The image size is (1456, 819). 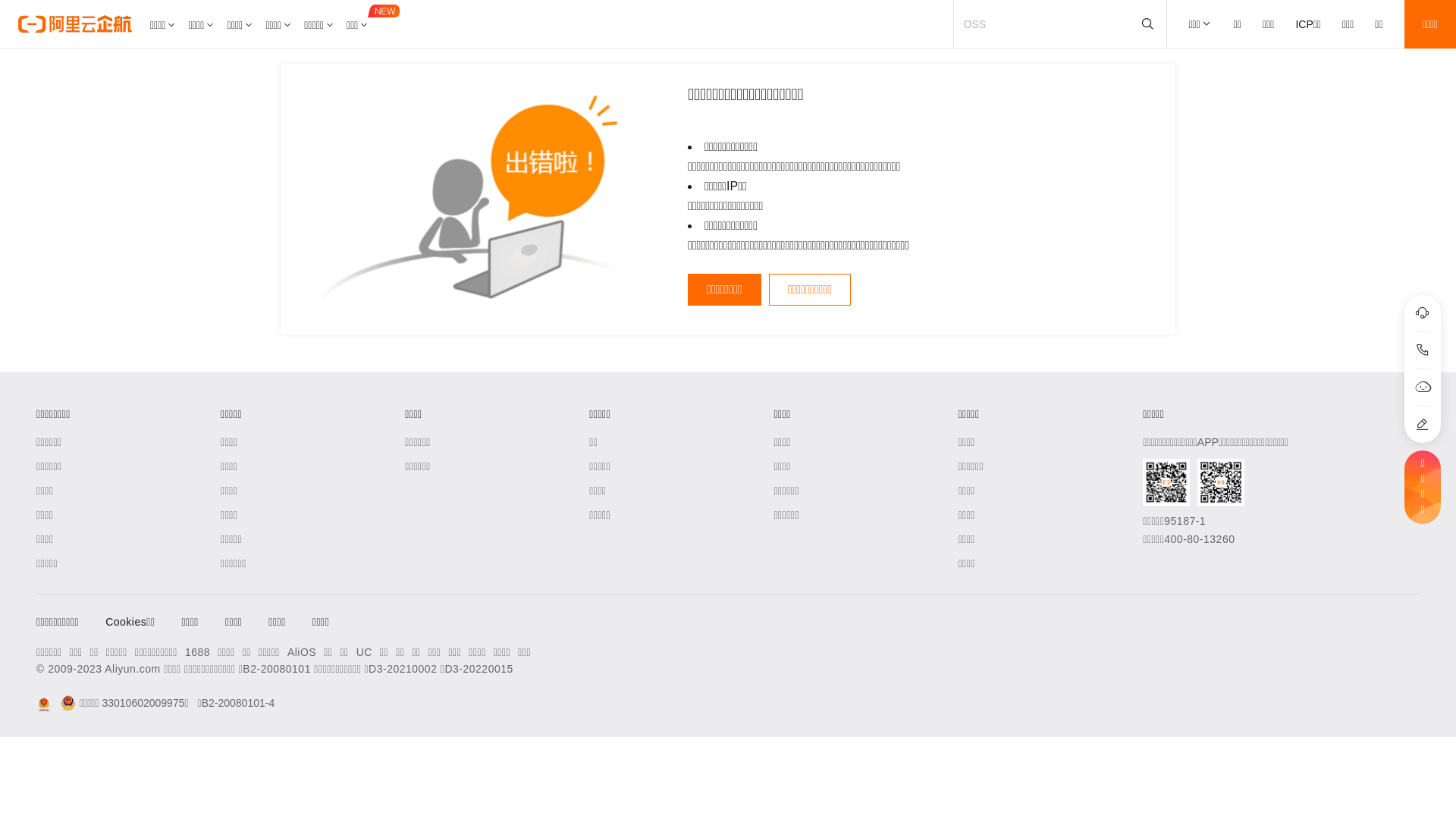 What do you see at coordinates (302, 651) in the screenshot?
I see `'AliOS'` at bounding box center [302, 651].